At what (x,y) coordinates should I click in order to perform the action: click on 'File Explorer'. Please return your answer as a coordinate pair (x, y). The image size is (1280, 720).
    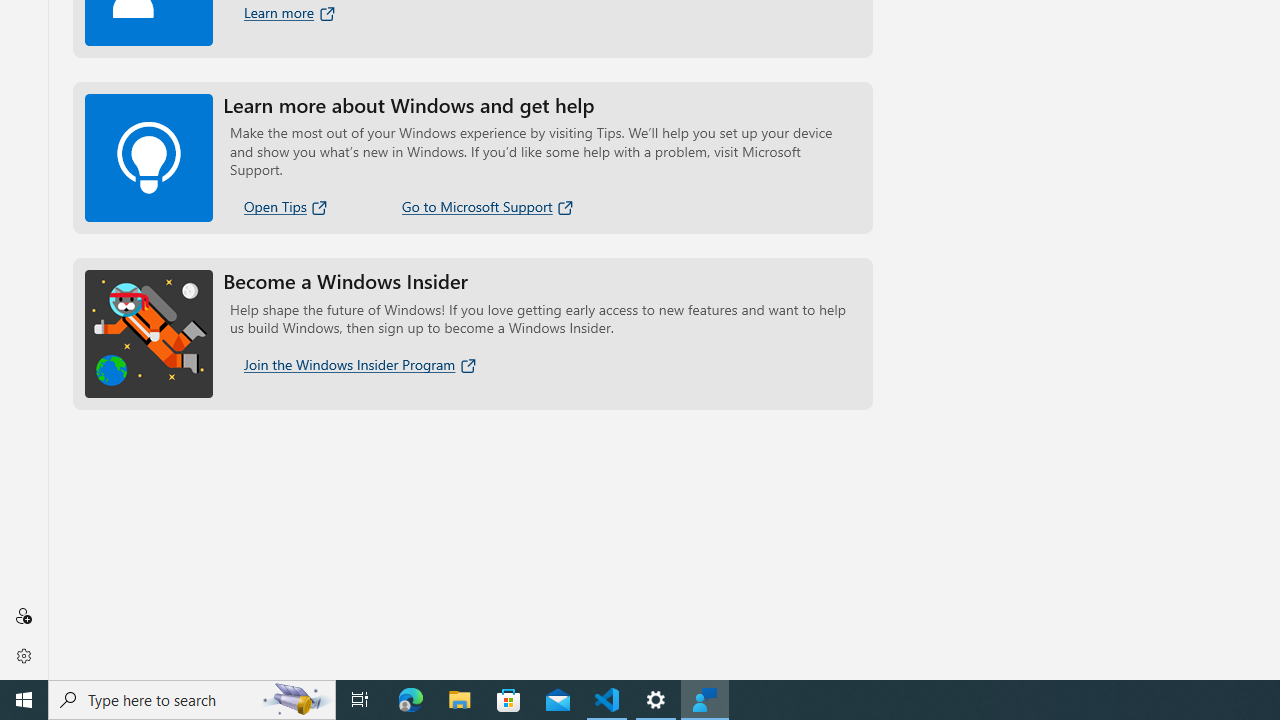
    Looking at the image, I should click on (459, 698).